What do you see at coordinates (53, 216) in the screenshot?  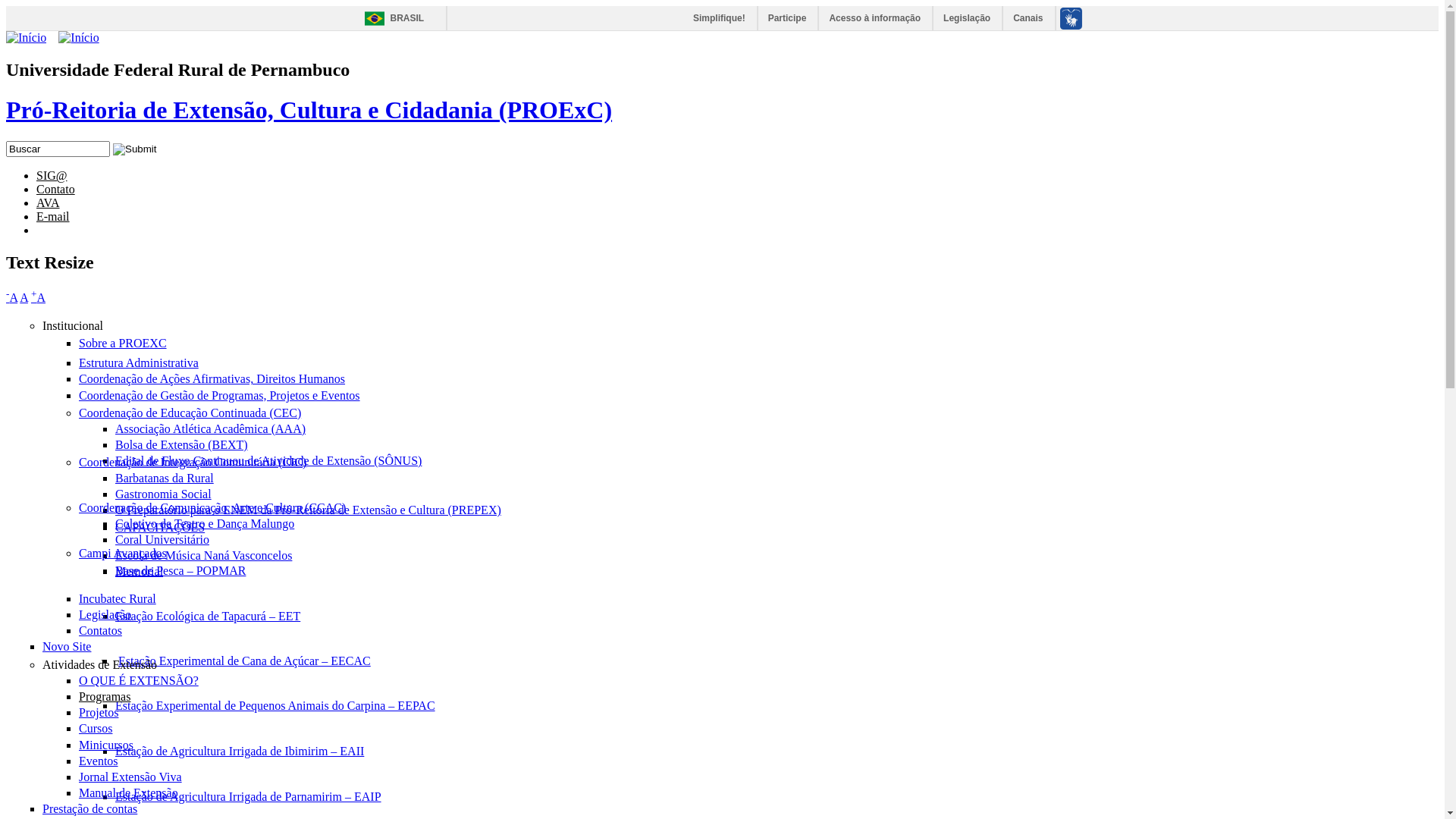 I see `'E-mail'` at bounding box center [53, 216].